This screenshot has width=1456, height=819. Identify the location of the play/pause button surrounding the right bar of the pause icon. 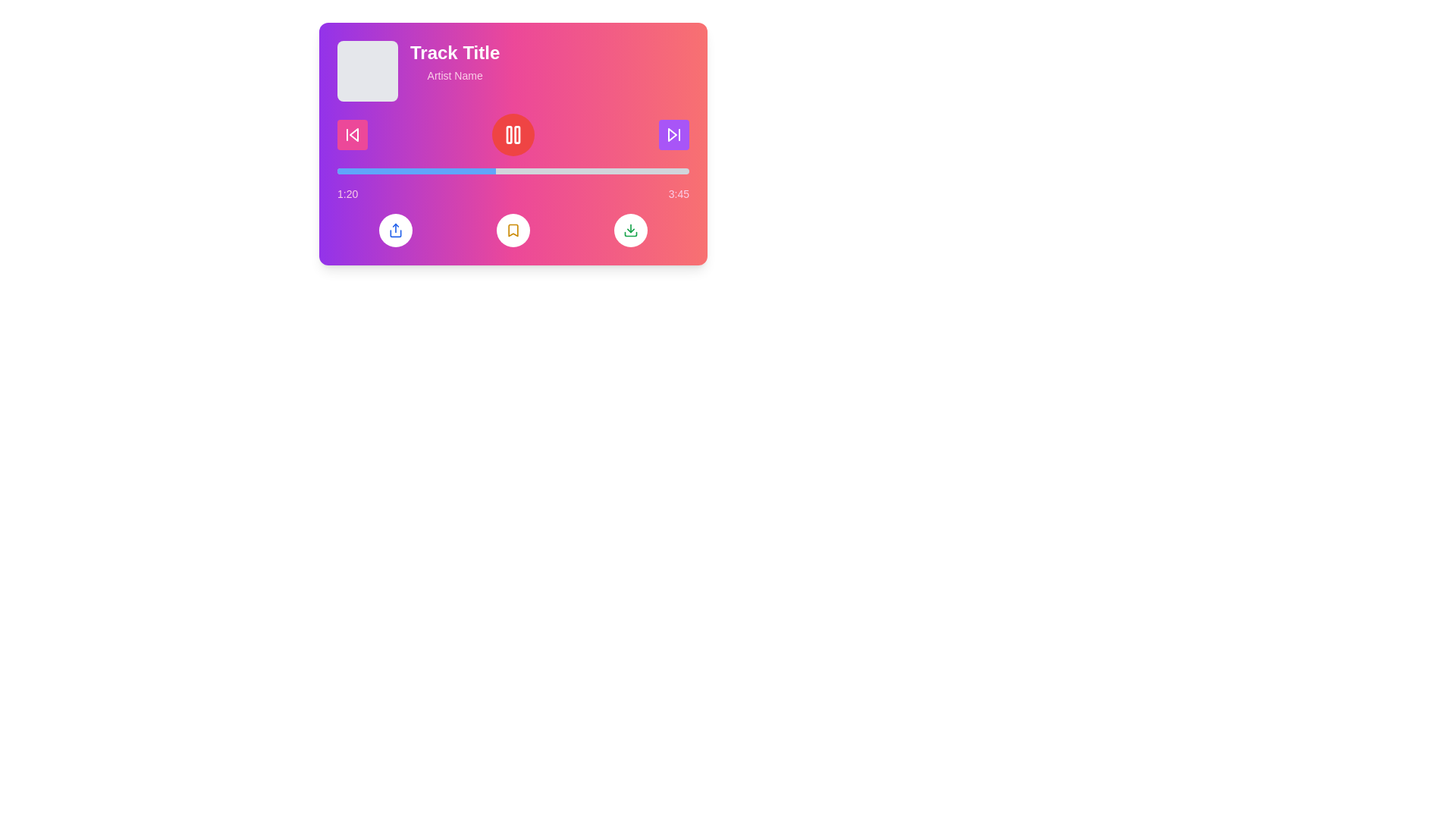
(517, 133).